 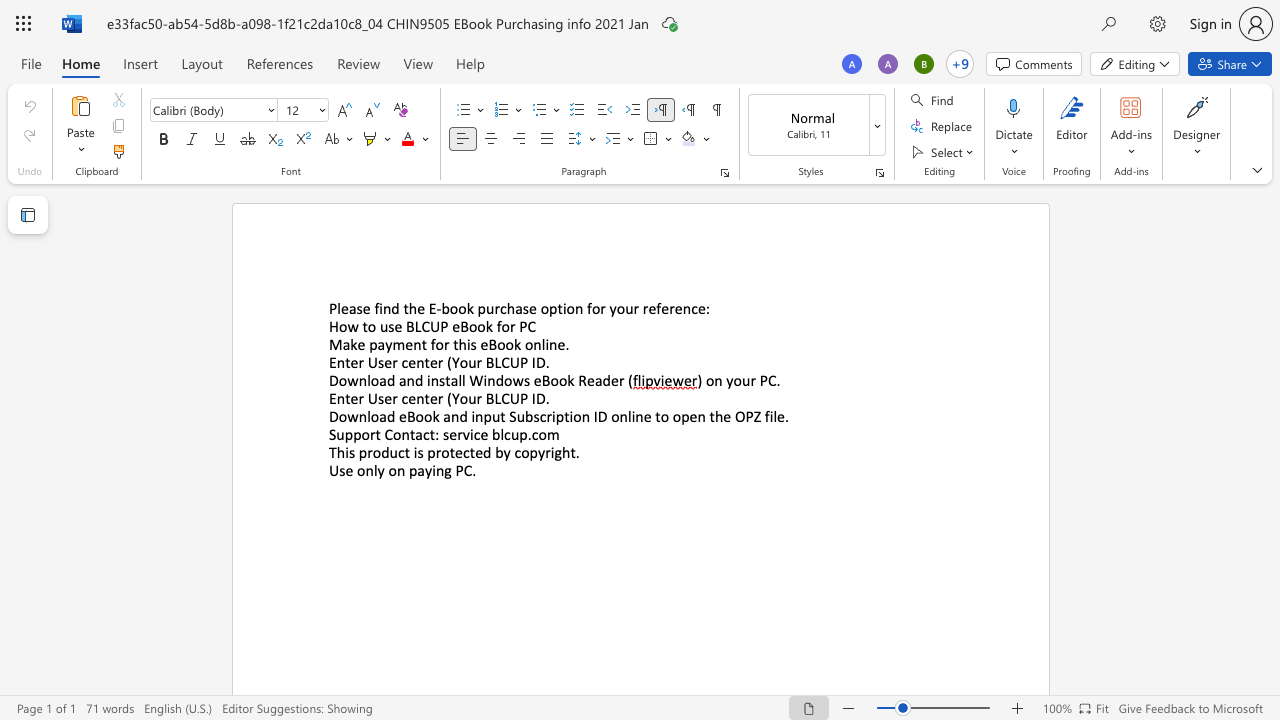 I want to click on the space between the continuous character "a" and "n" in the text, so click(x=450, y=415).